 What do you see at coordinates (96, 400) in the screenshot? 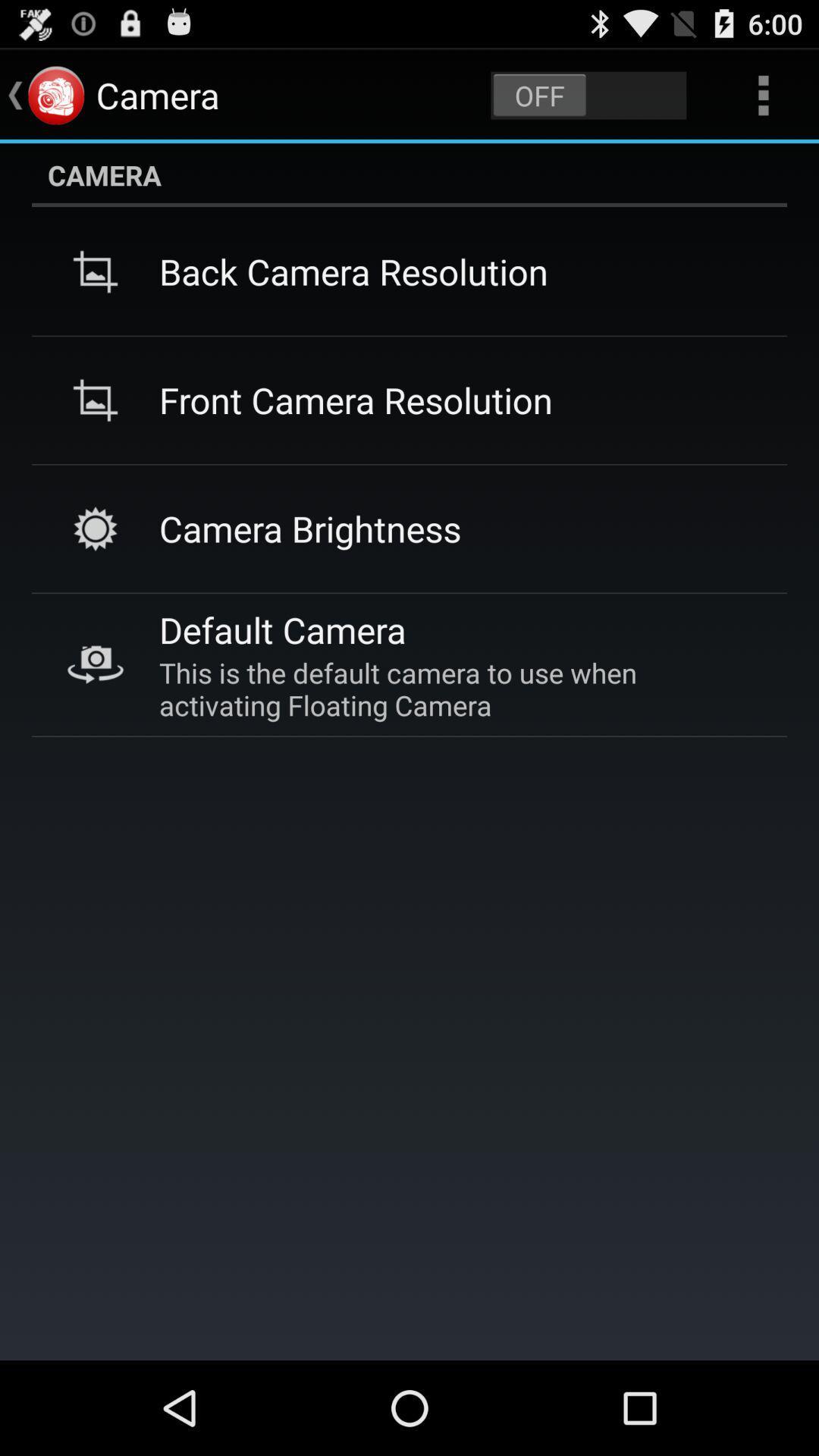
I see `the icon of front camera resolution which is one the left hand side` at bounding box center [96, 400].